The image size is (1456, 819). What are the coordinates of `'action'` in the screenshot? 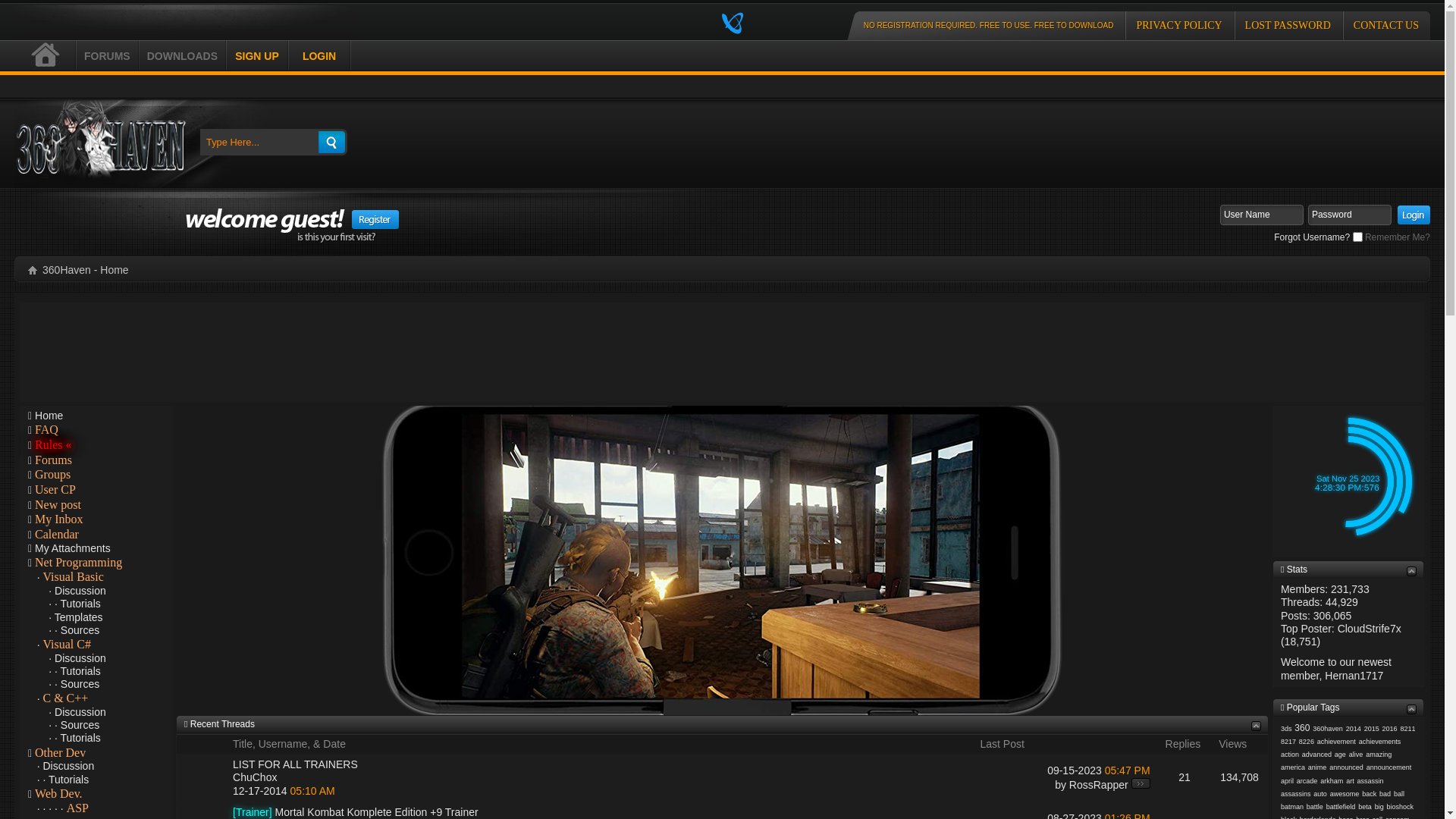 It's located at (1288, 755).